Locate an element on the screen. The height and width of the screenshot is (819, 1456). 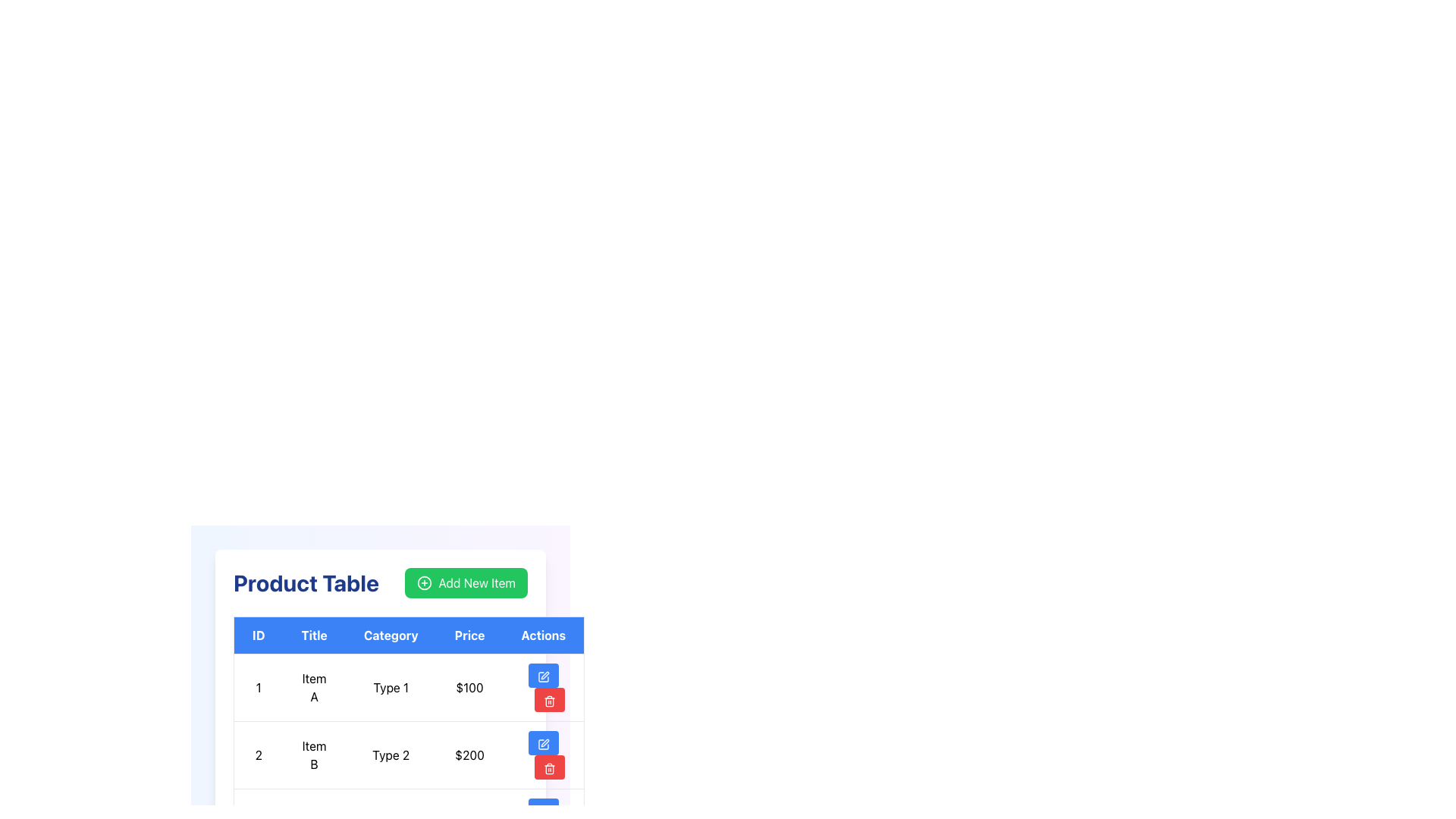
the red delete button with a white trash bin icon located in the second row of the product table's Actions column is located at coordinates (548, 699).